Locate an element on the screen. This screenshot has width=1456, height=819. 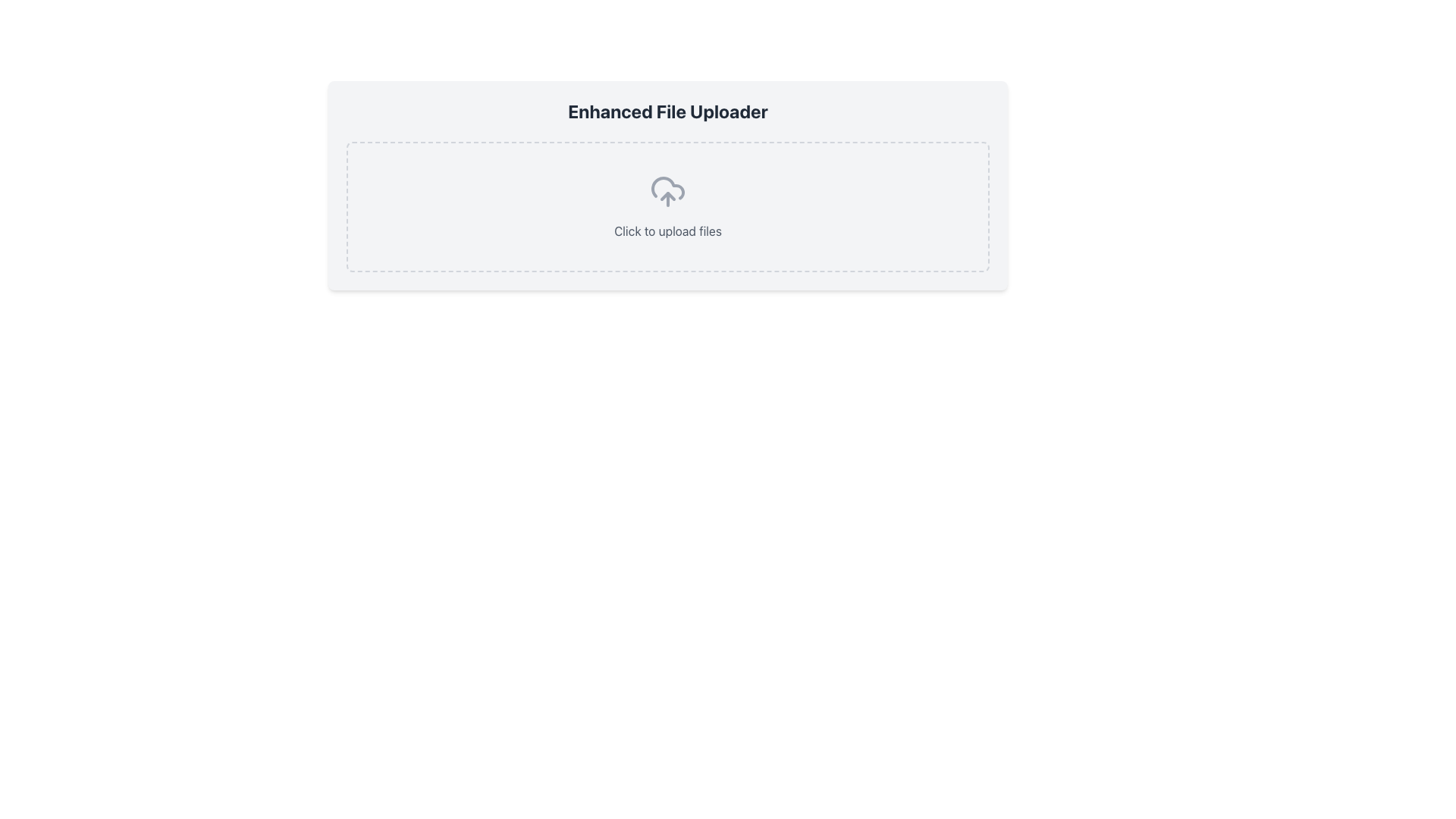
the cloud upload icon is located at coordinates (667, 191).